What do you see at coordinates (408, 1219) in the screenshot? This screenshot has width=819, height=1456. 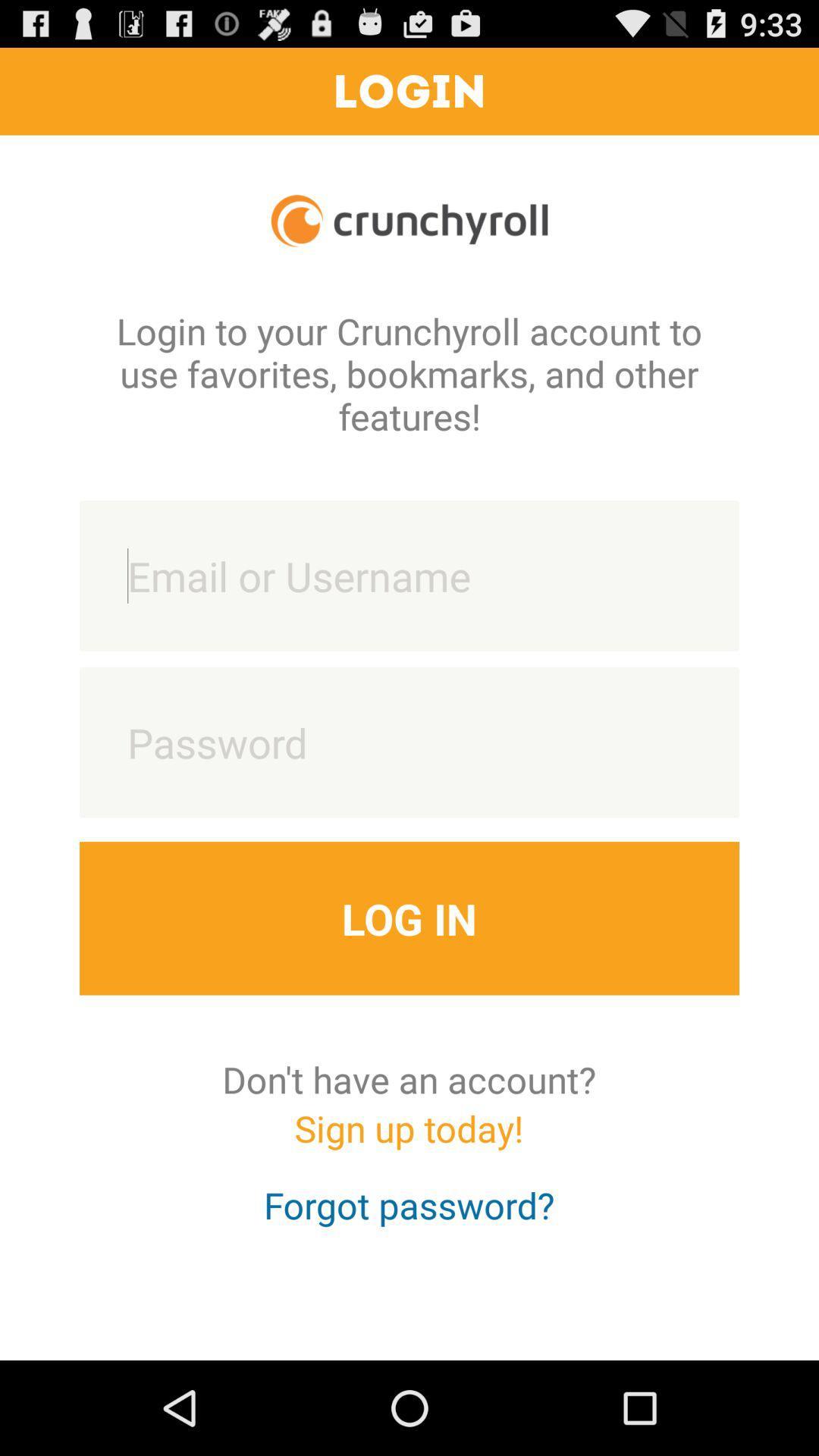 I see `the forgot password? icon` at bounding box center [408, 1219].